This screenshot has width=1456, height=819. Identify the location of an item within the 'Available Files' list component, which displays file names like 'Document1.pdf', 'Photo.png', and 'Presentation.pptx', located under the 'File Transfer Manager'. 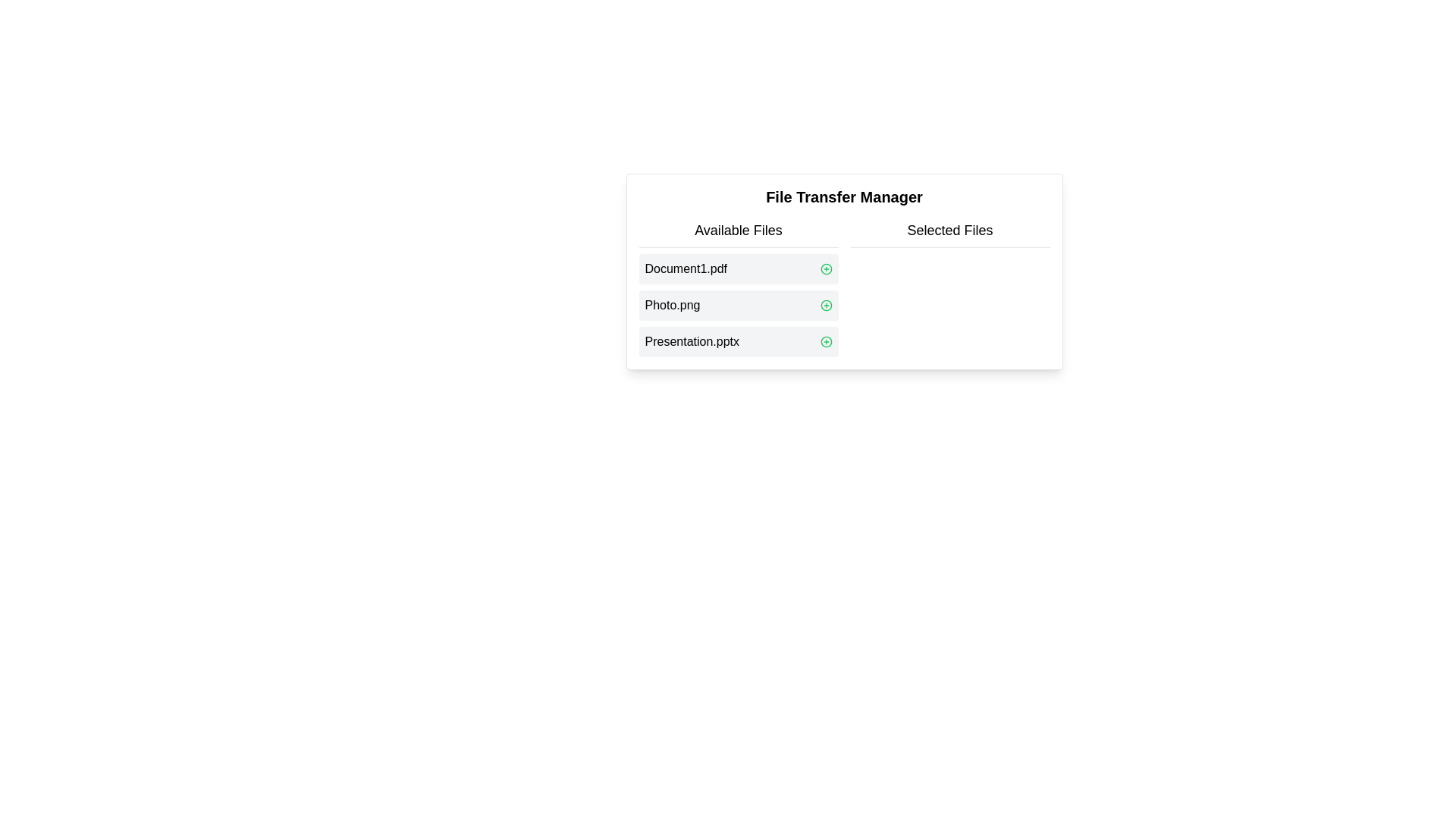
(739, 288).